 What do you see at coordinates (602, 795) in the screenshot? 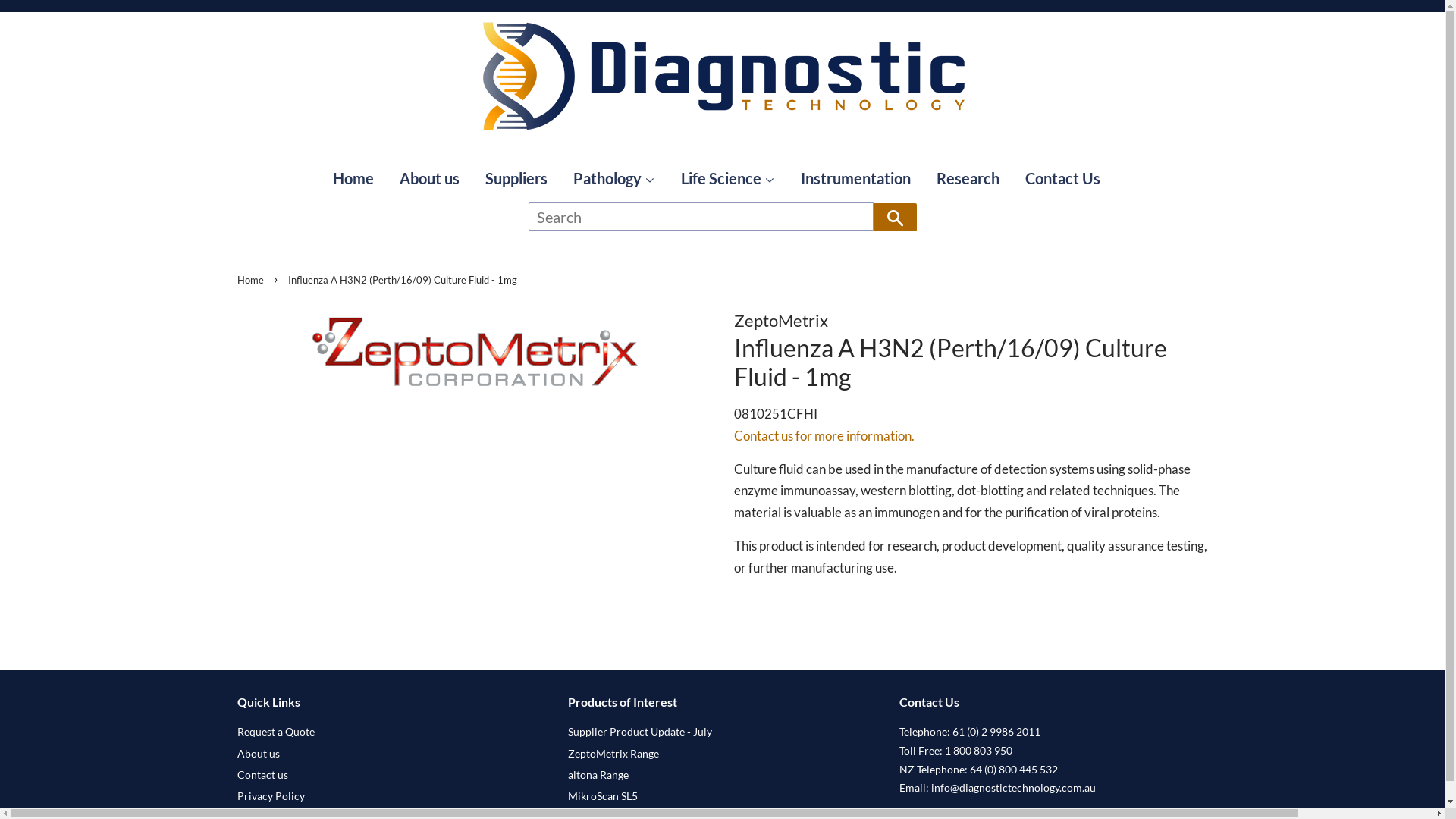
I see `'MikroScan SL5'` at bounding box center [602, 795].